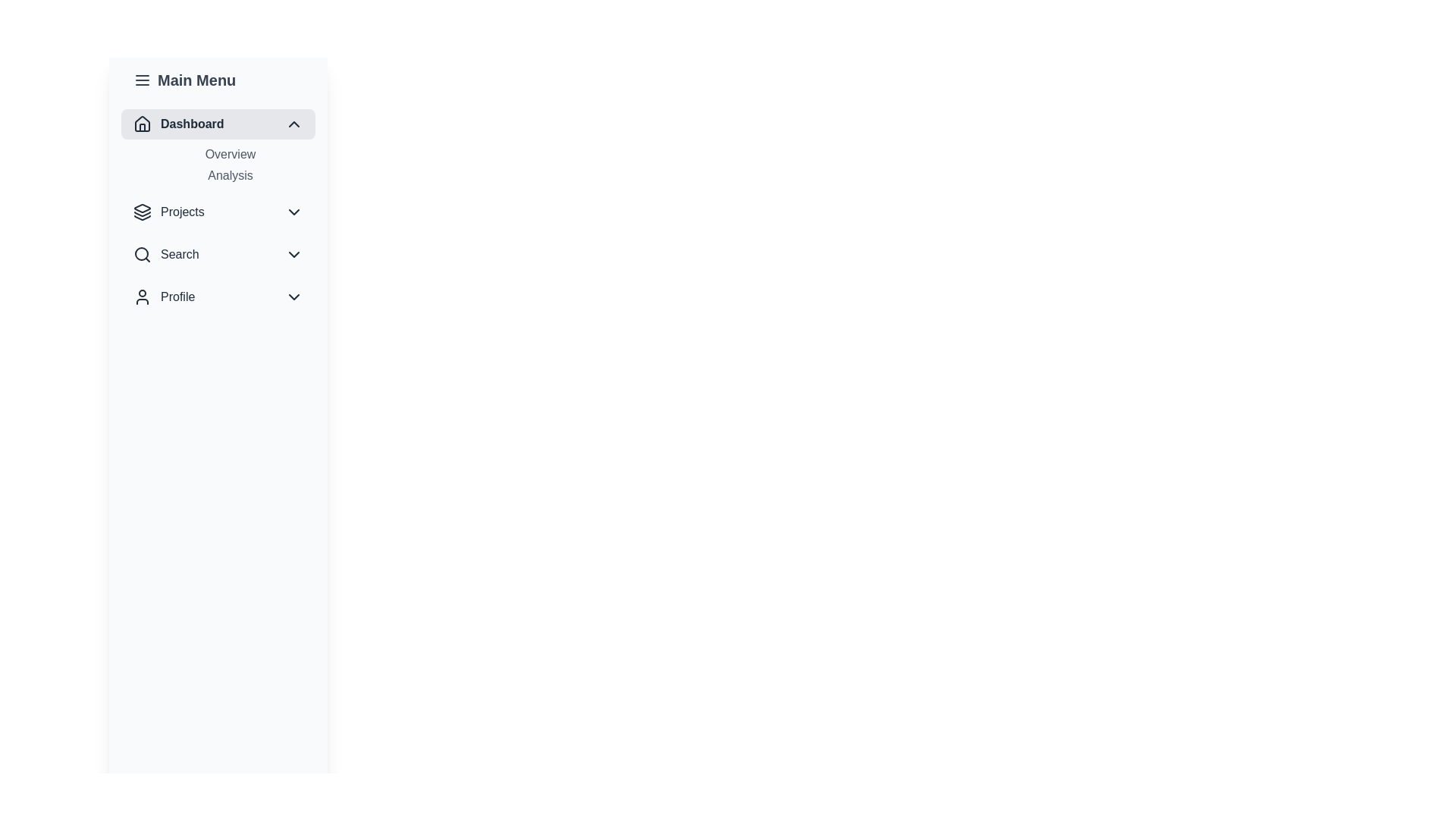 This screenshot has width=1456, height=819. What do you see at coordinates (142, 253) in the screenshot?
I see `the search icon located in the sidebar menu, positioned below the 'Projects' section and above the 'Profile' section` at bounding box center [142, 253].